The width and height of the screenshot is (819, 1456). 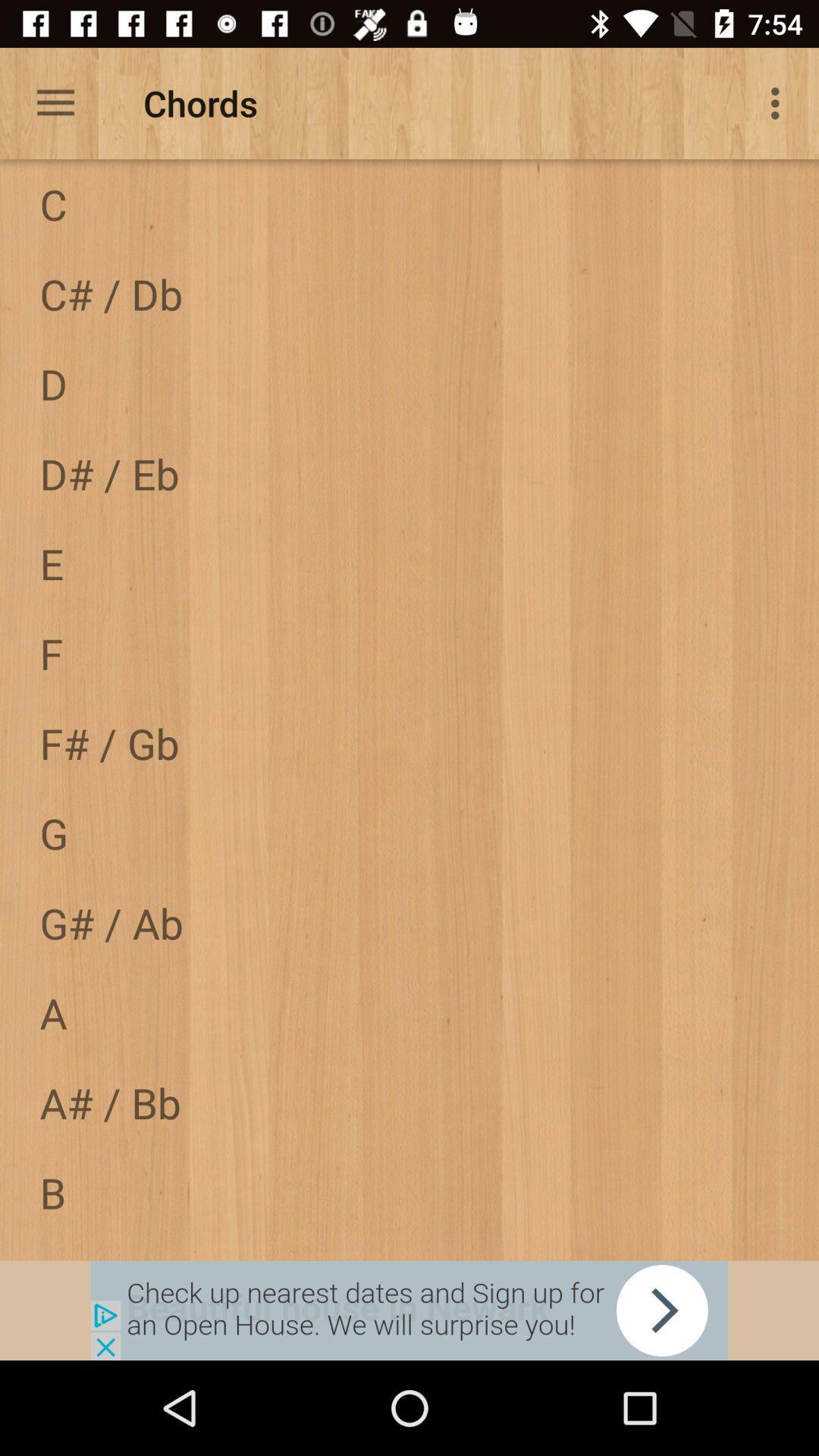 I want to click on share link, so click(x=409, y=1310).